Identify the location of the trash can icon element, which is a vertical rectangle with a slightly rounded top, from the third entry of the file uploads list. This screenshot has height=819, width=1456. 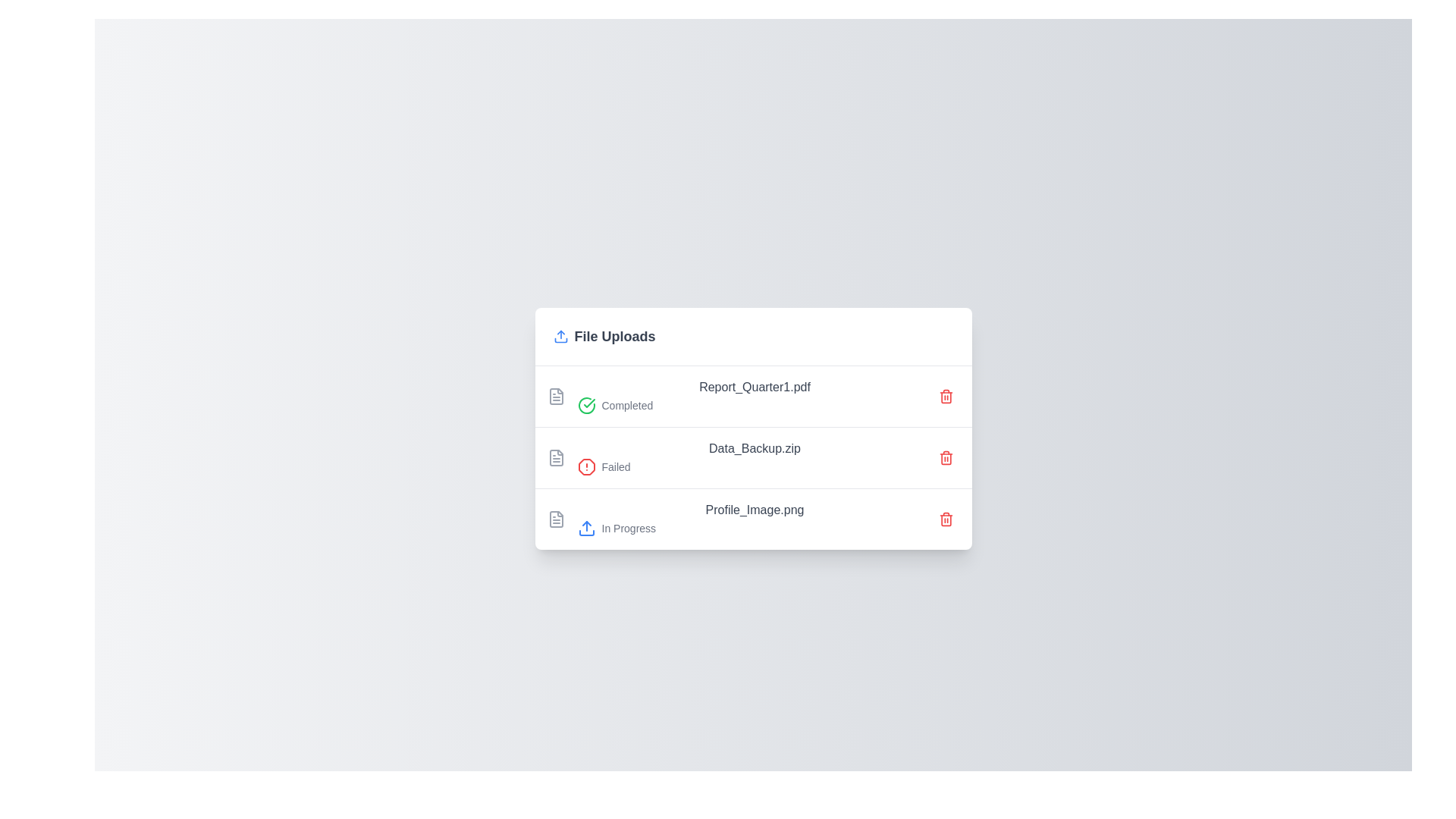
(945, 458).